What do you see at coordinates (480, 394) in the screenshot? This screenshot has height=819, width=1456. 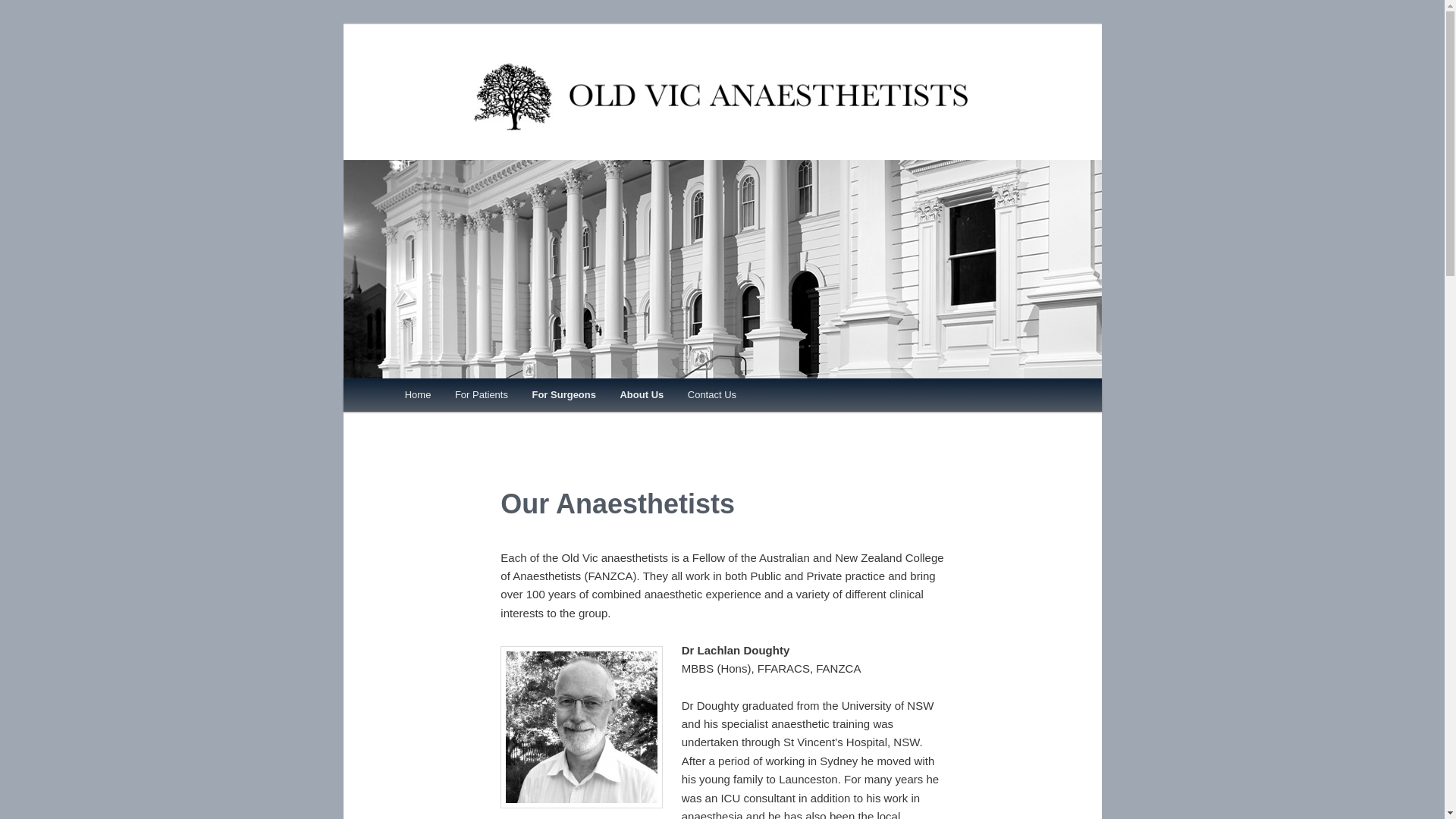 I see `'For Patients'` at bounding box center [480, 394].